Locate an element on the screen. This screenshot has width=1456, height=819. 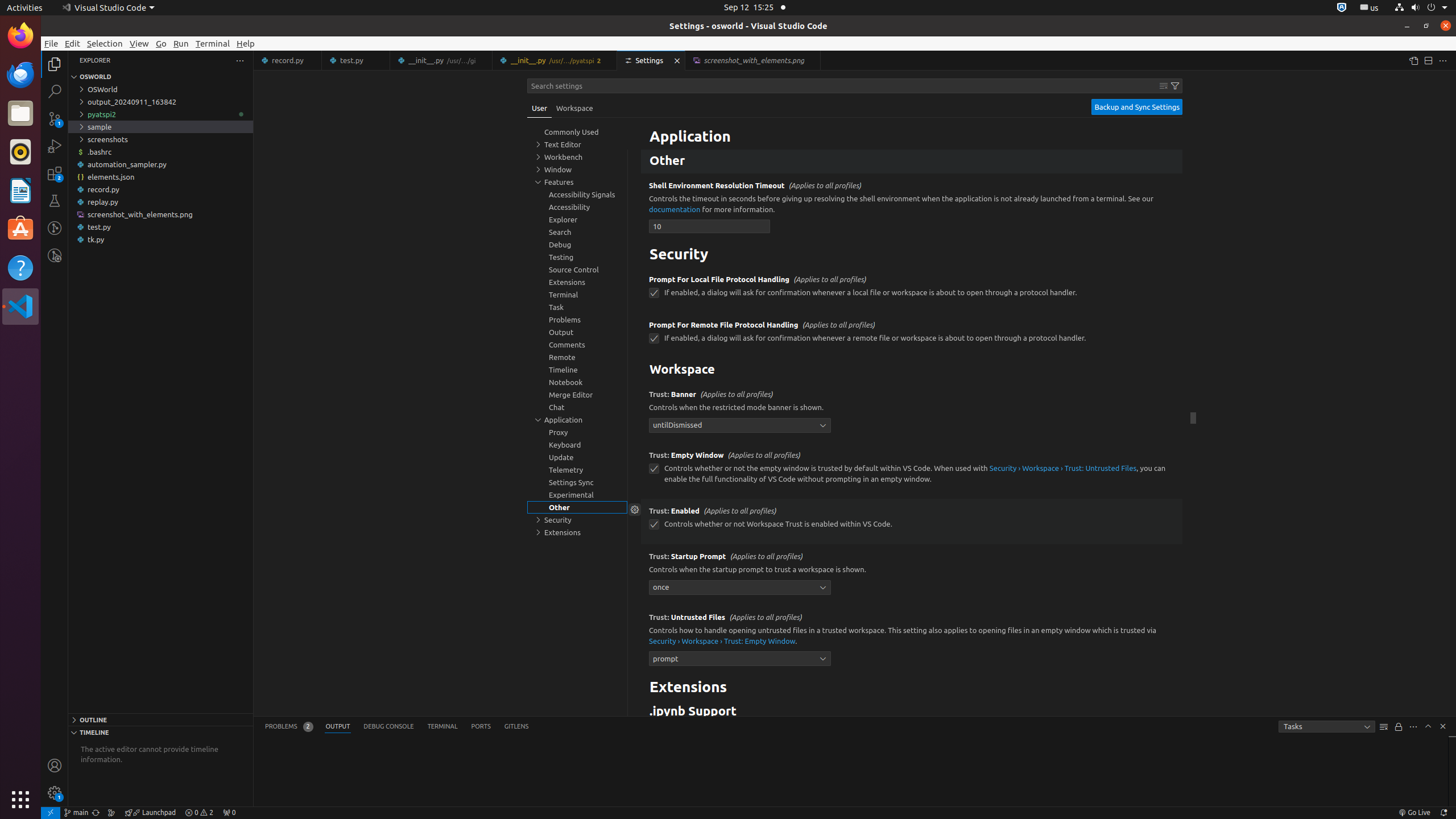
'Filter Settings' is located at coordinates (1174, 85).